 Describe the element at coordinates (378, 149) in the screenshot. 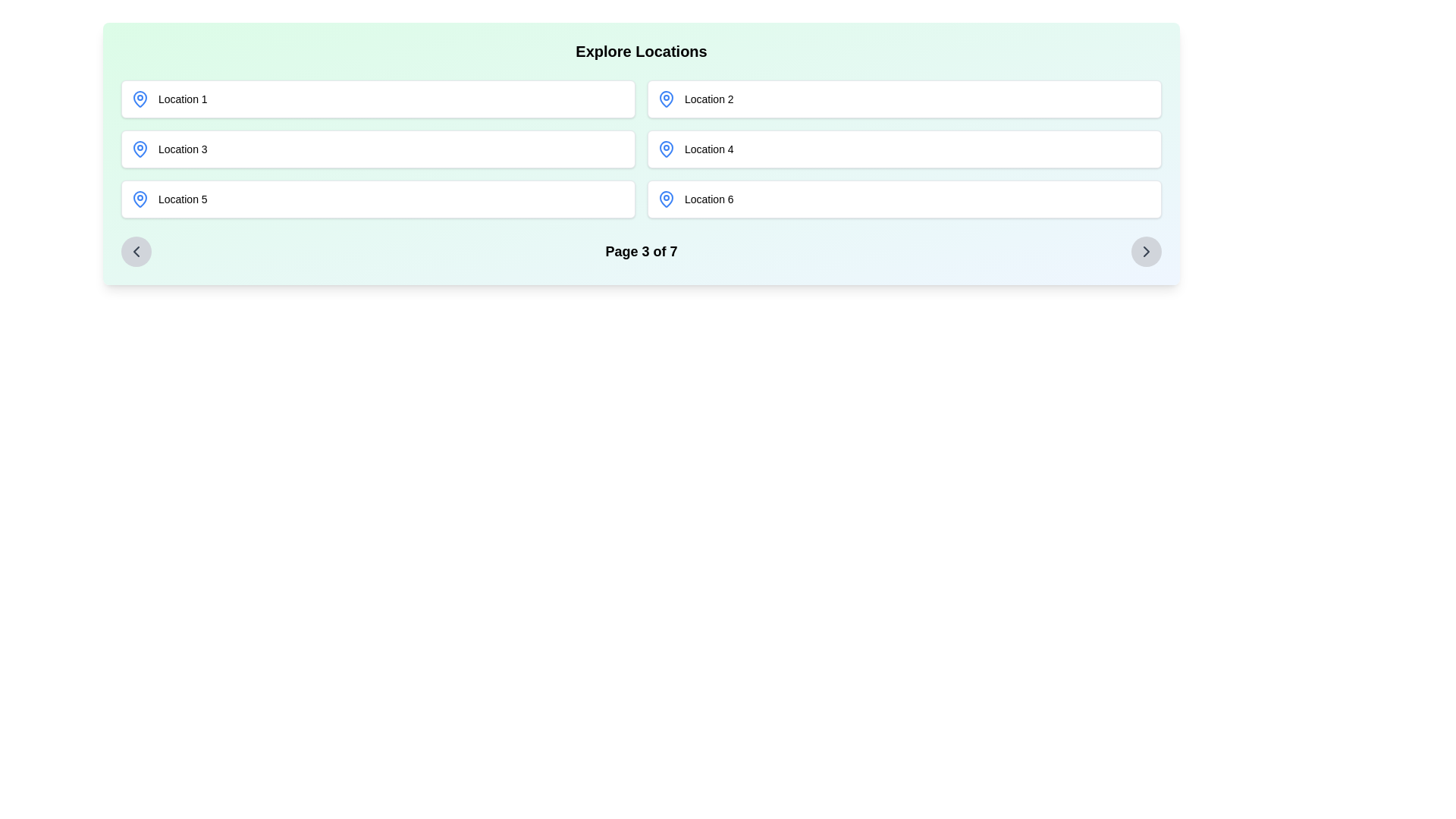

I see `the selectable location option labeled 'Location 3', which is the first item in the second row of a 2x3 grid layout` at that location.